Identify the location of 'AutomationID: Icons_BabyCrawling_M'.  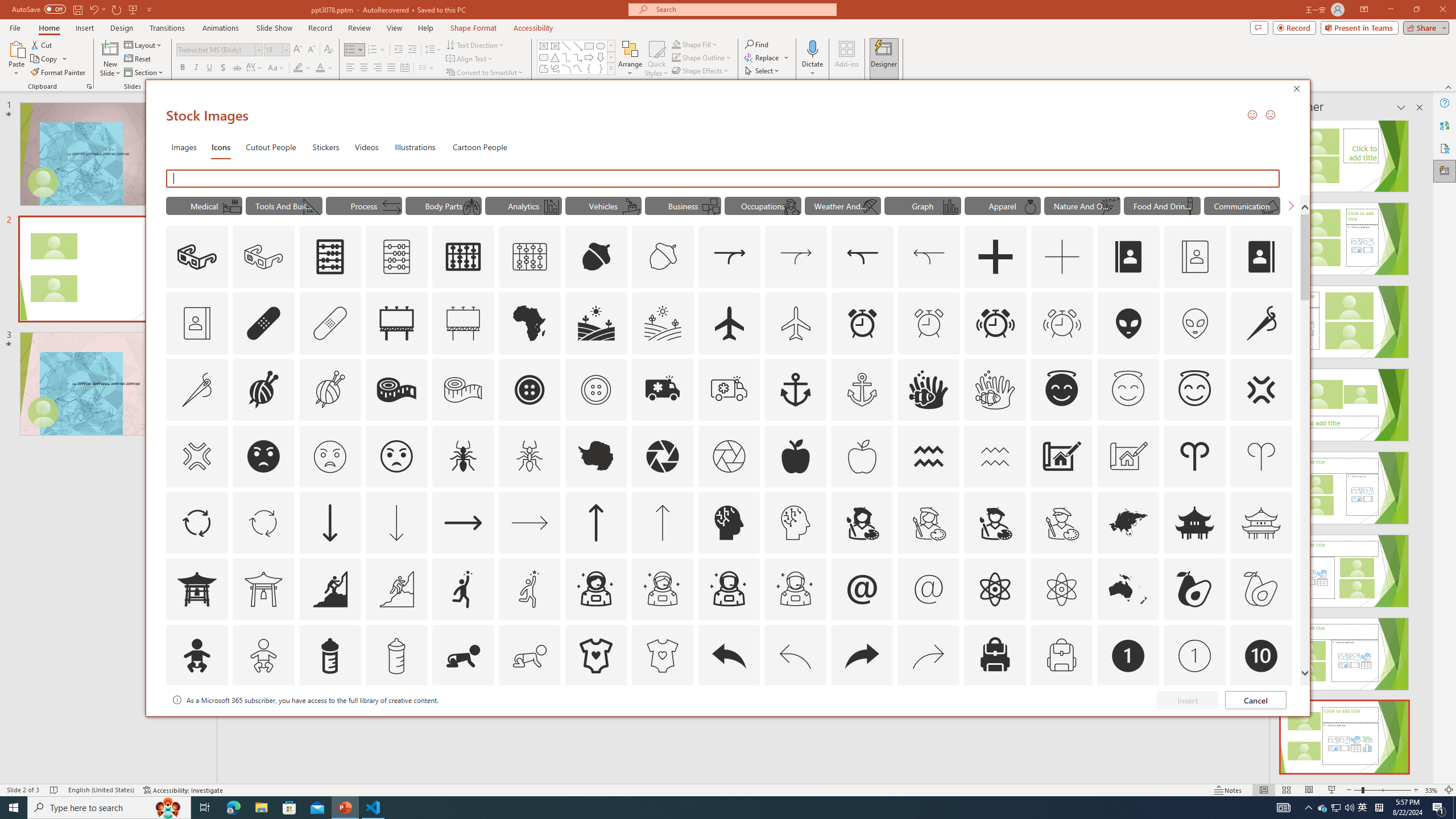
(529, 655).